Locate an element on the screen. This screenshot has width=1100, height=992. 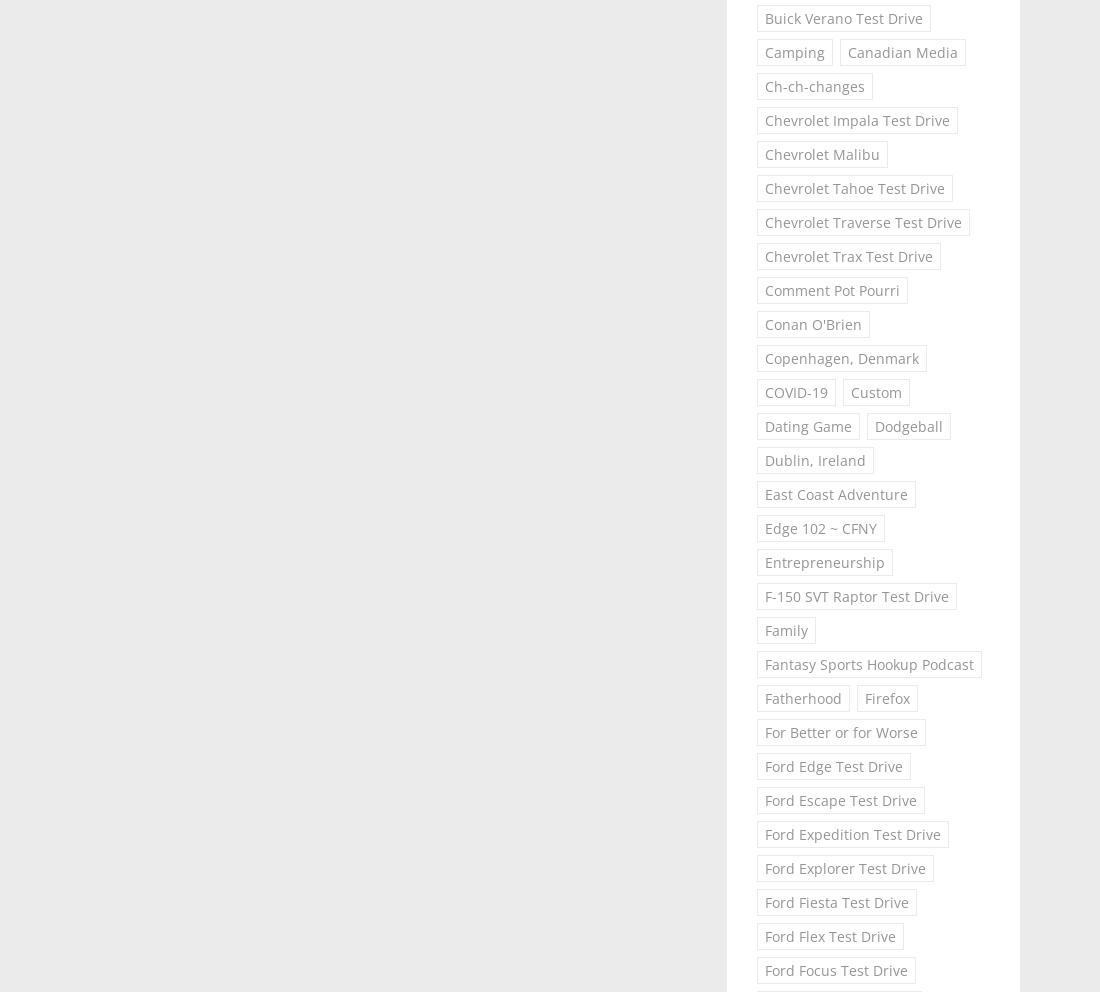
'East Coast Adventure' is located at coordinates (834, 494).